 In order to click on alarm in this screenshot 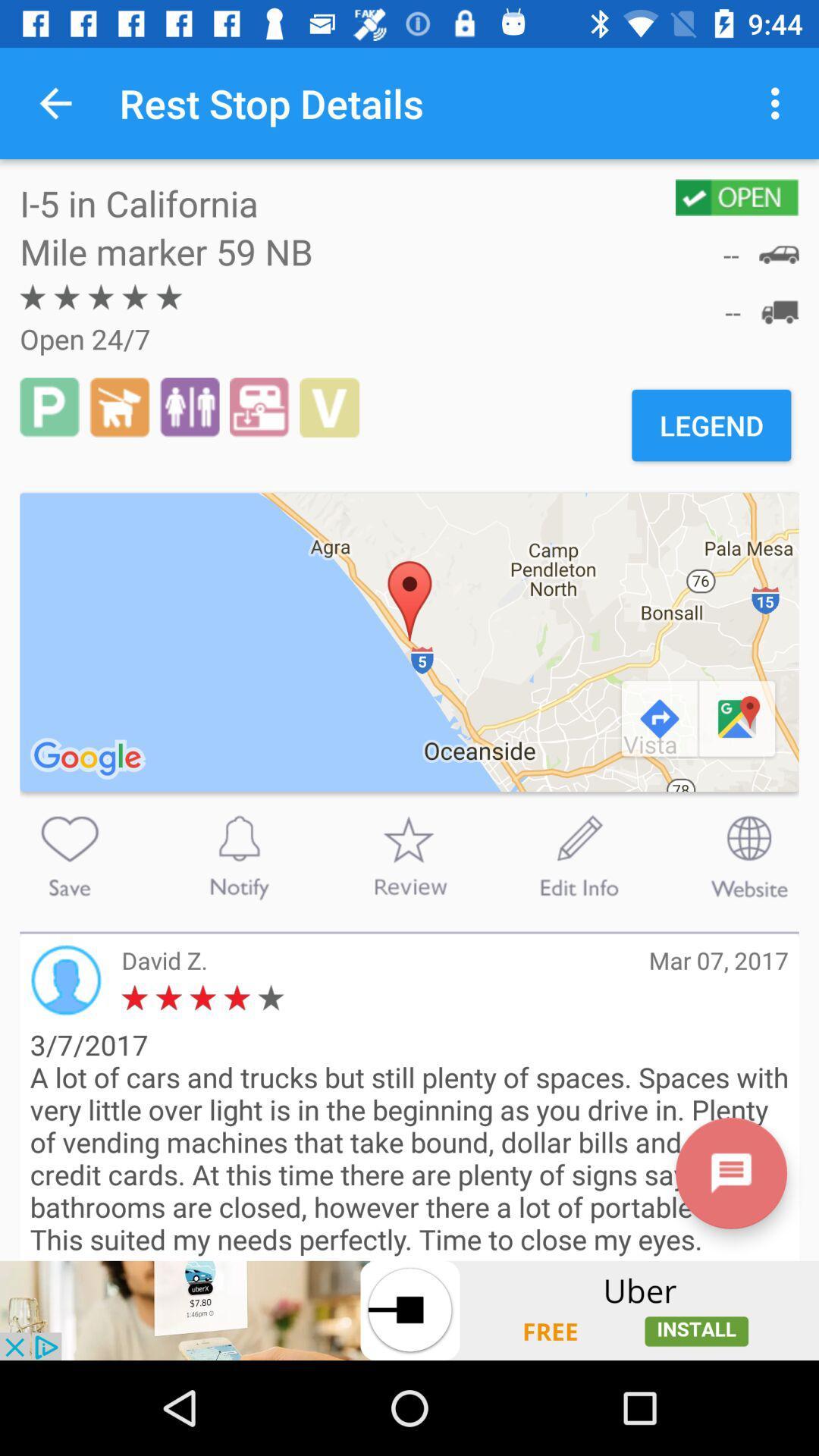, I will do `click(239, 856)`.